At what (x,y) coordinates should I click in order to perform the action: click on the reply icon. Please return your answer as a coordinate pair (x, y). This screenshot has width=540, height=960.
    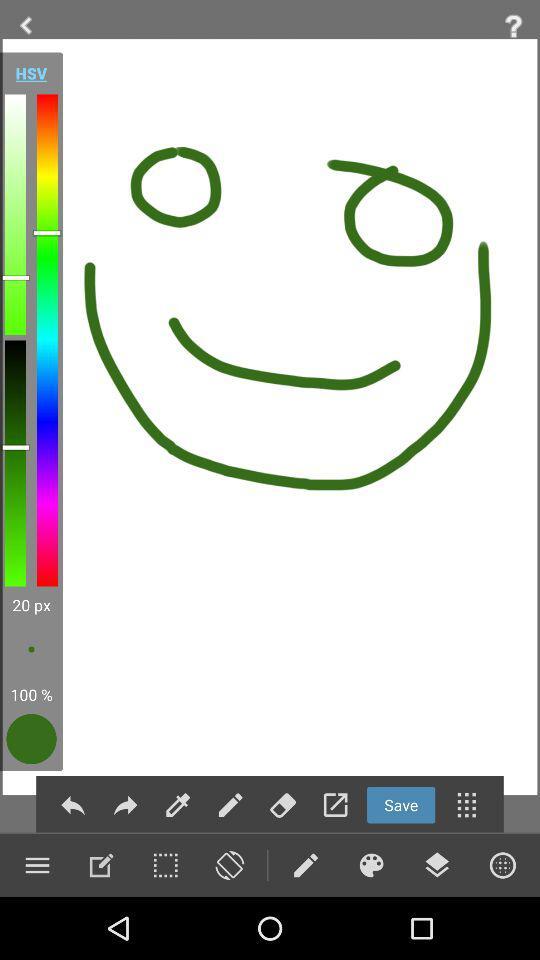
    Looking at the image, I should click on (72, 805).